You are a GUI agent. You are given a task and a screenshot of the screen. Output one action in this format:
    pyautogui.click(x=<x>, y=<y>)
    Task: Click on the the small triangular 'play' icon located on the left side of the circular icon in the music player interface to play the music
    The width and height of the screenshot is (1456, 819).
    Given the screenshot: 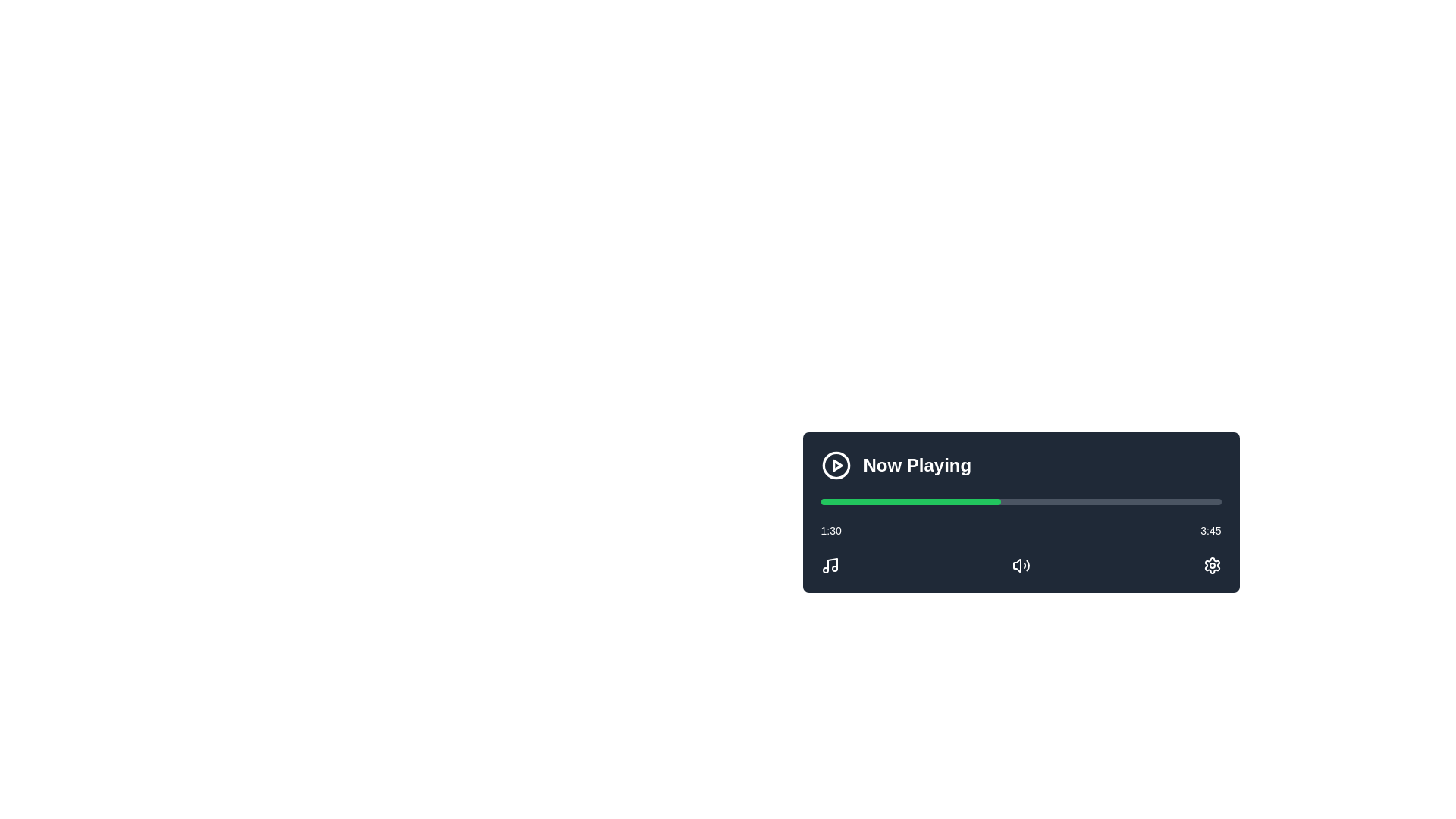 What is the action you would take?
    pyautogui.click(x=836, y=464)
    